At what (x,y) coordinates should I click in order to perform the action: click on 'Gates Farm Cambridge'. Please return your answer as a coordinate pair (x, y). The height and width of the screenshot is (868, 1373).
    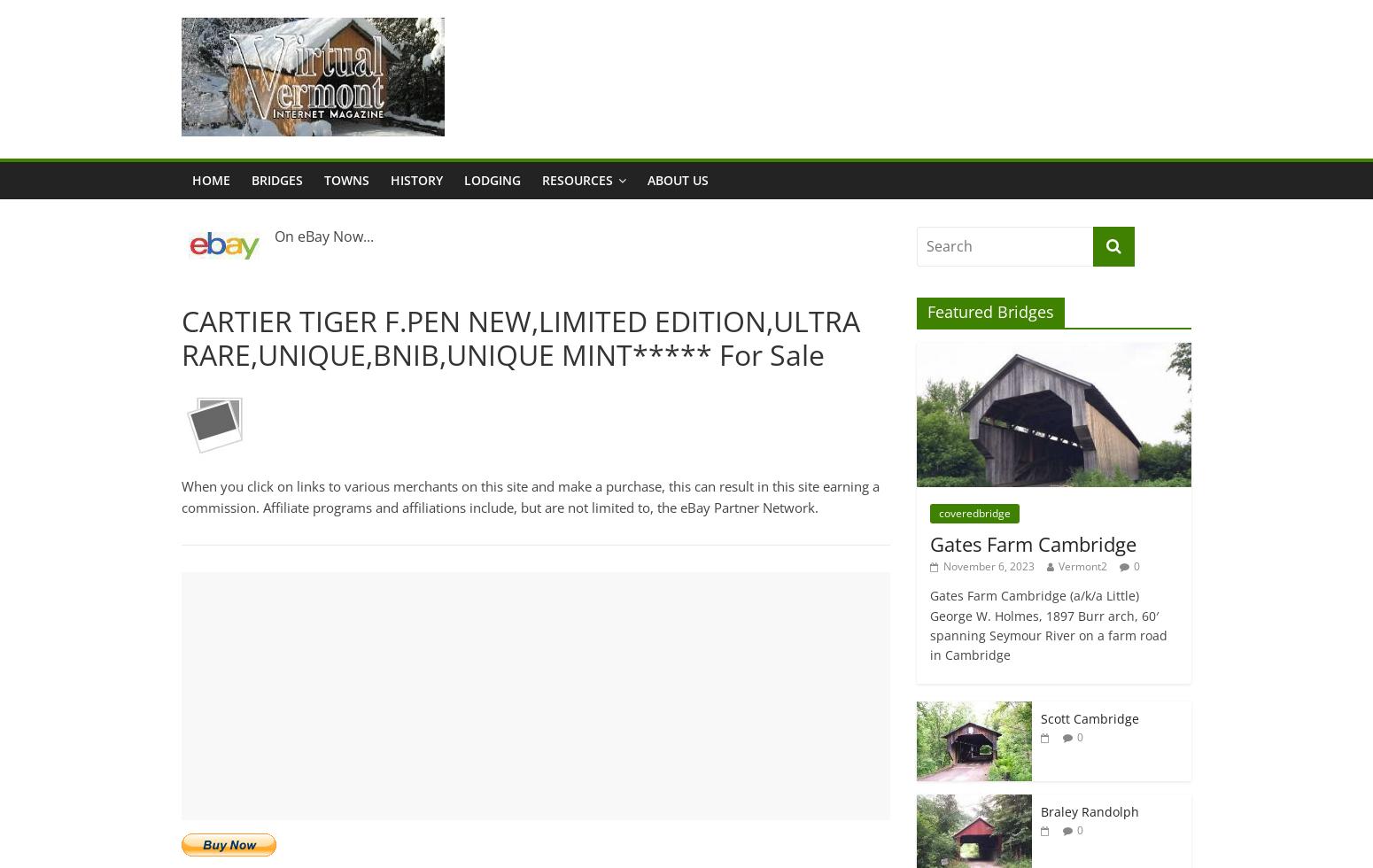
    Looking at the image, I should click on (1033, 543).